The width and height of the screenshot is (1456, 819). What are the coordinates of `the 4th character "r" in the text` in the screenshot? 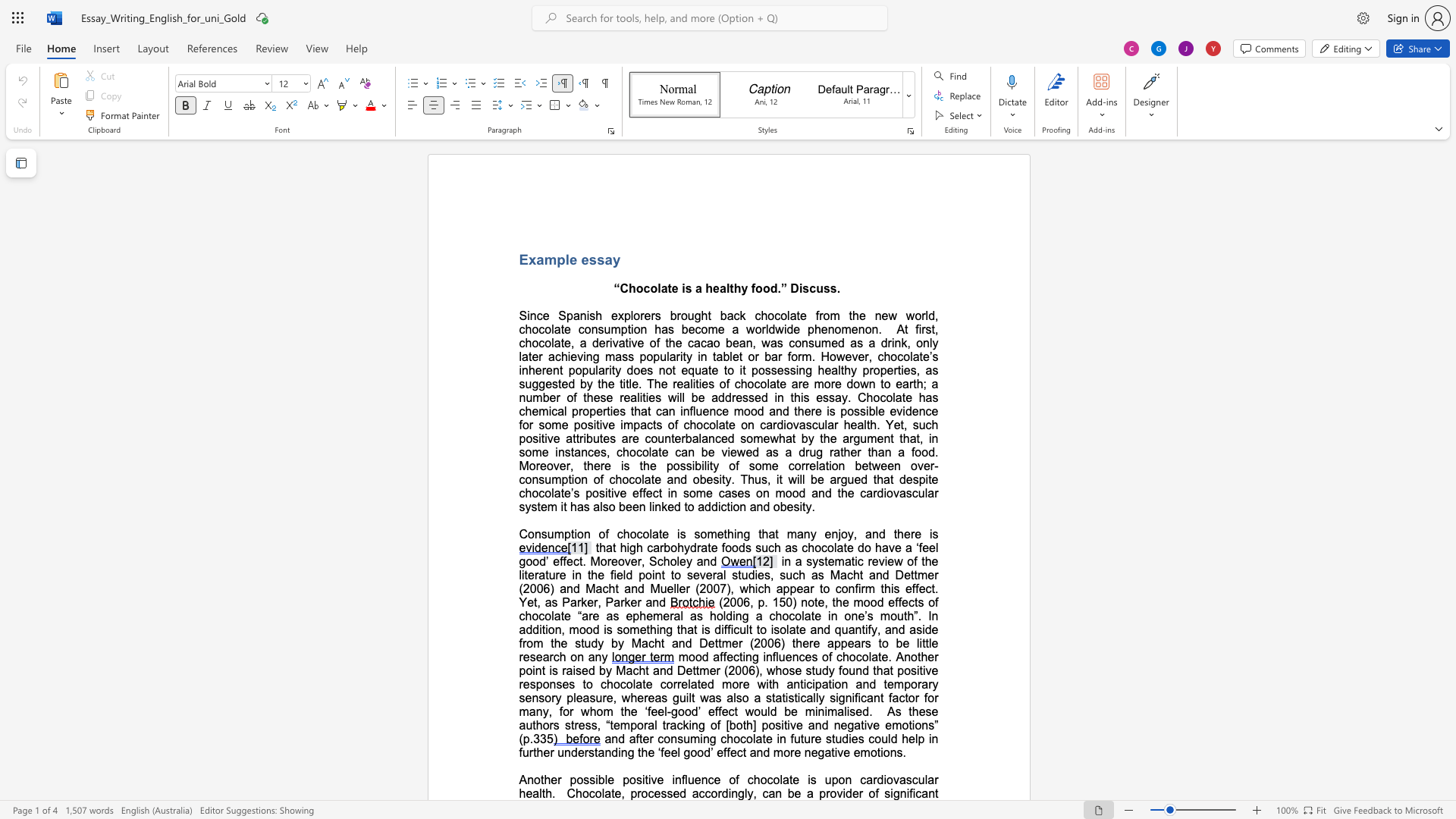 It's located at (820, 315).